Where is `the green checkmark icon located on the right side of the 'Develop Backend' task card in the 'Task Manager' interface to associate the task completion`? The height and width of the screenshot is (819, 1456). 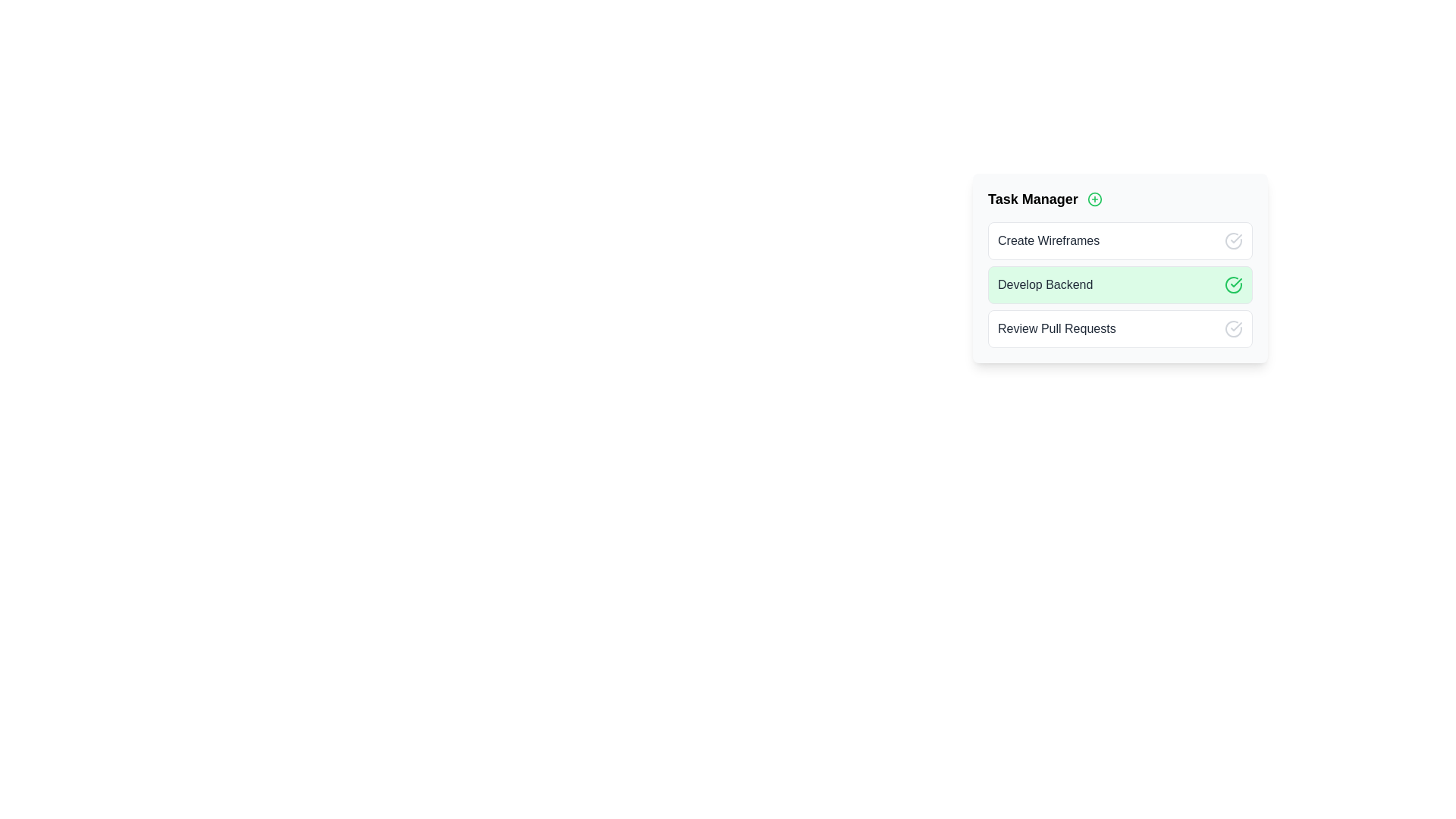
the green checkmark icon located on the right side of the 'Develop Backend' task card in the 'Task Manager' interface to associate the task completion is located at coordinates (1236, 283).